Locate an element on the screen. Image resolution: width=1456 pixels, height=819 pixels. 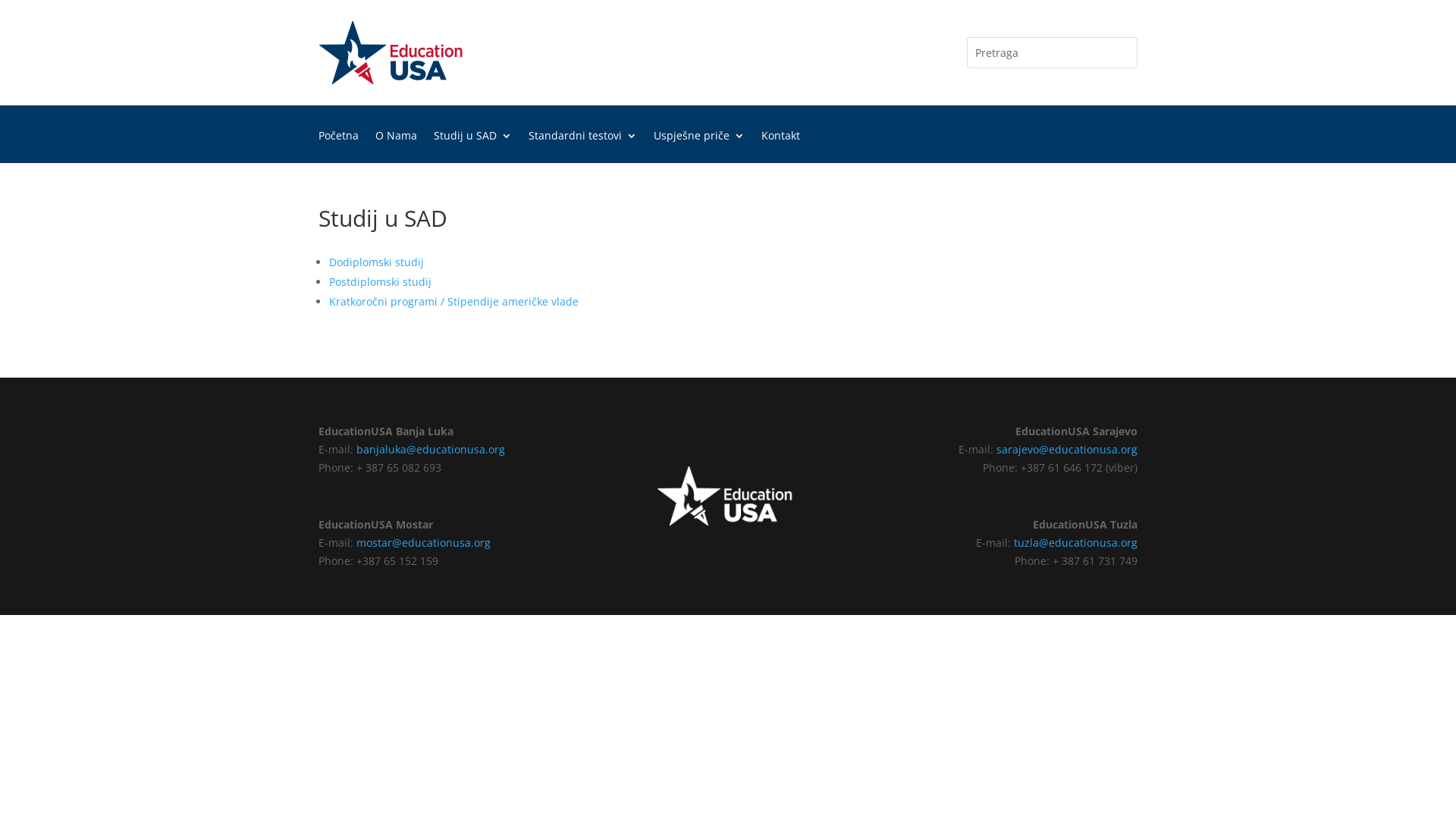
'O Nama' is located at coordinates (375, 146).